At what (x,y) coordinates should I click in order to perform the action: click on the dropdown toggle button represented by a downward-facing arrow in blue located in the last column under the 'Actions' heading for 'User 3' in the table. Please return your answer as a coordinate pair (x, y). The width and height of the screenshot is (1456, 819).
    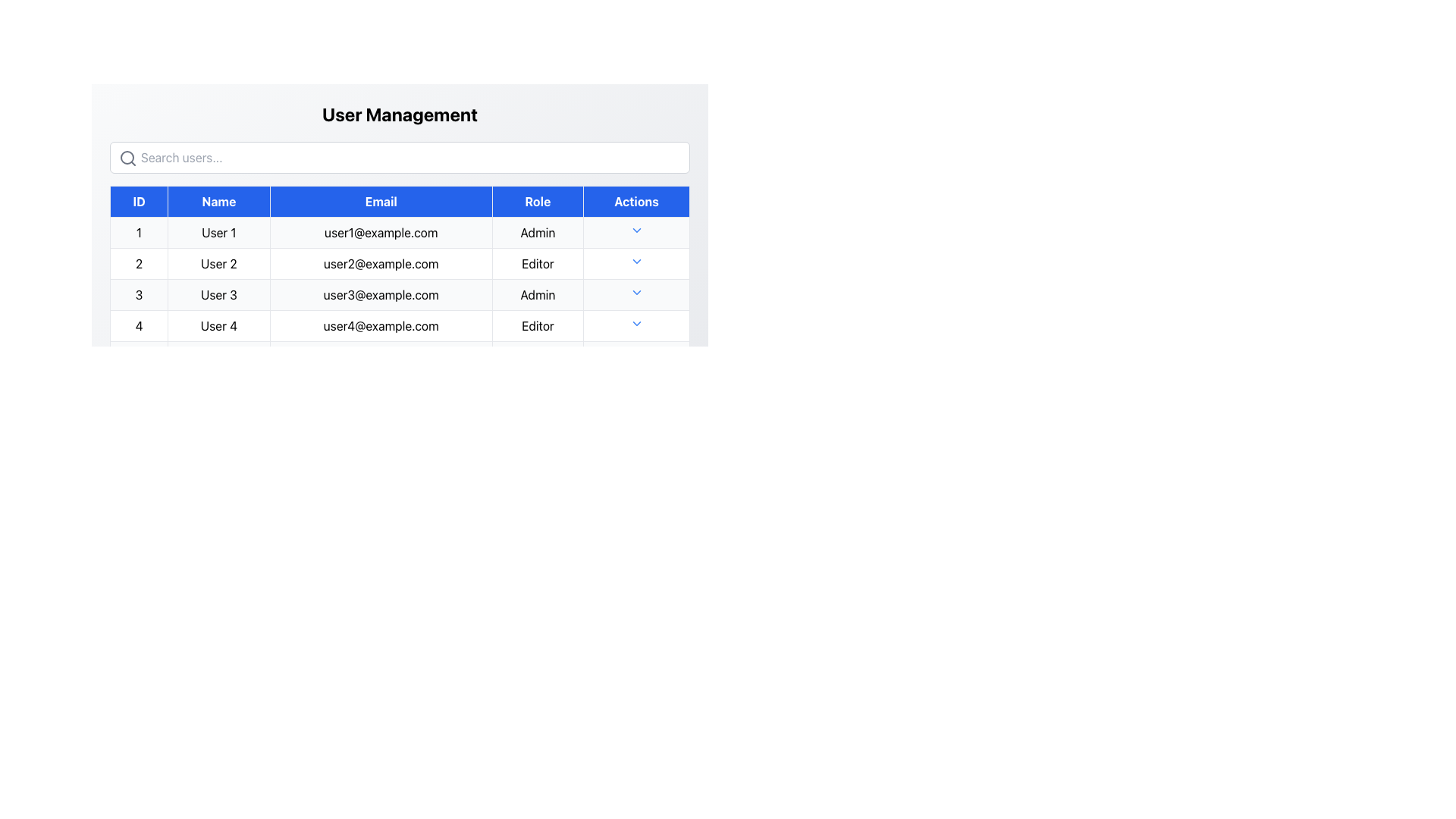
    Looking at the image, I should click on (636, 295).